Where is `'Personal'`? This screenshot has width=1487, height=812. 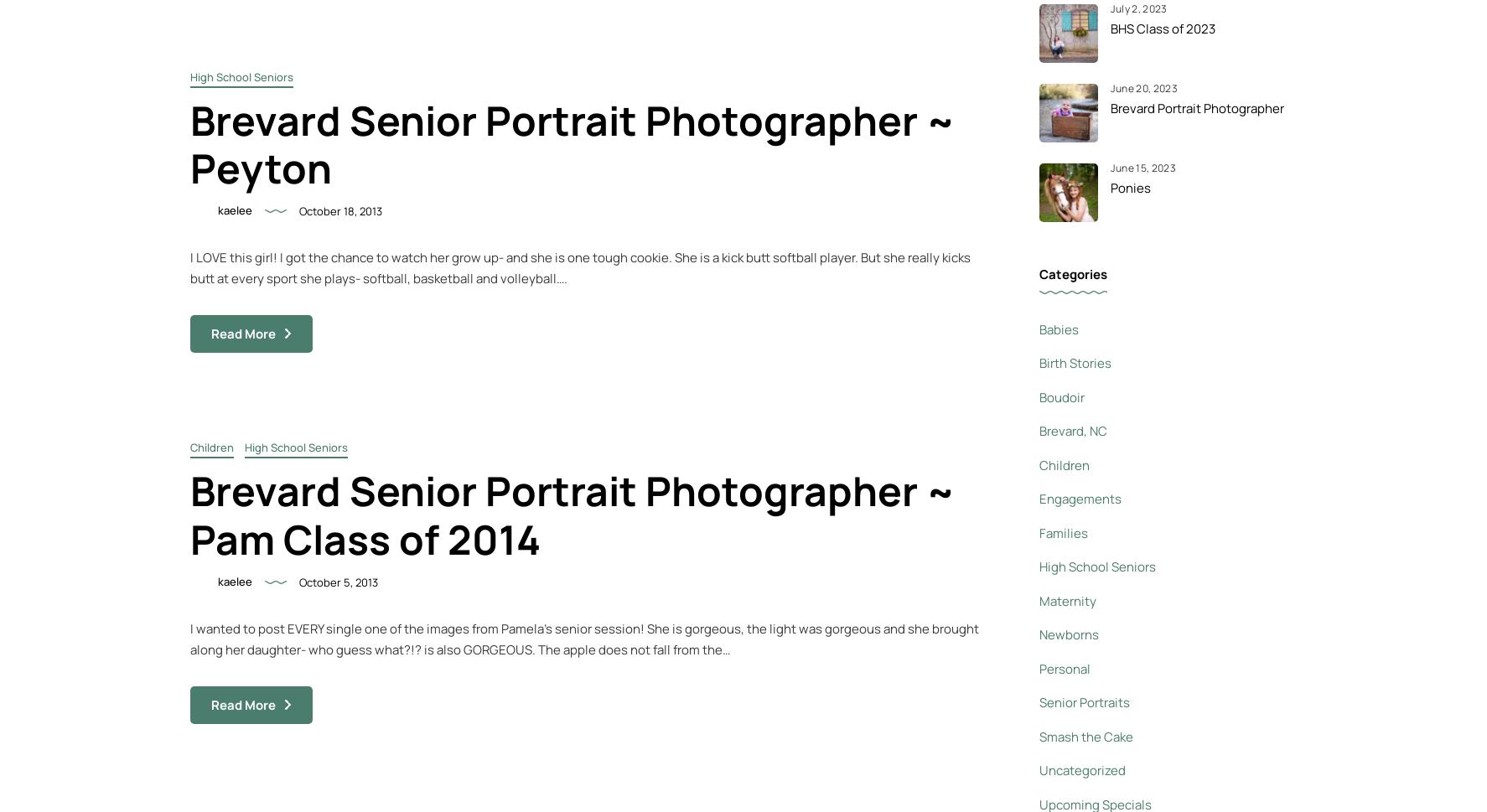 'Personal' is located at coordinates (1063, 668).